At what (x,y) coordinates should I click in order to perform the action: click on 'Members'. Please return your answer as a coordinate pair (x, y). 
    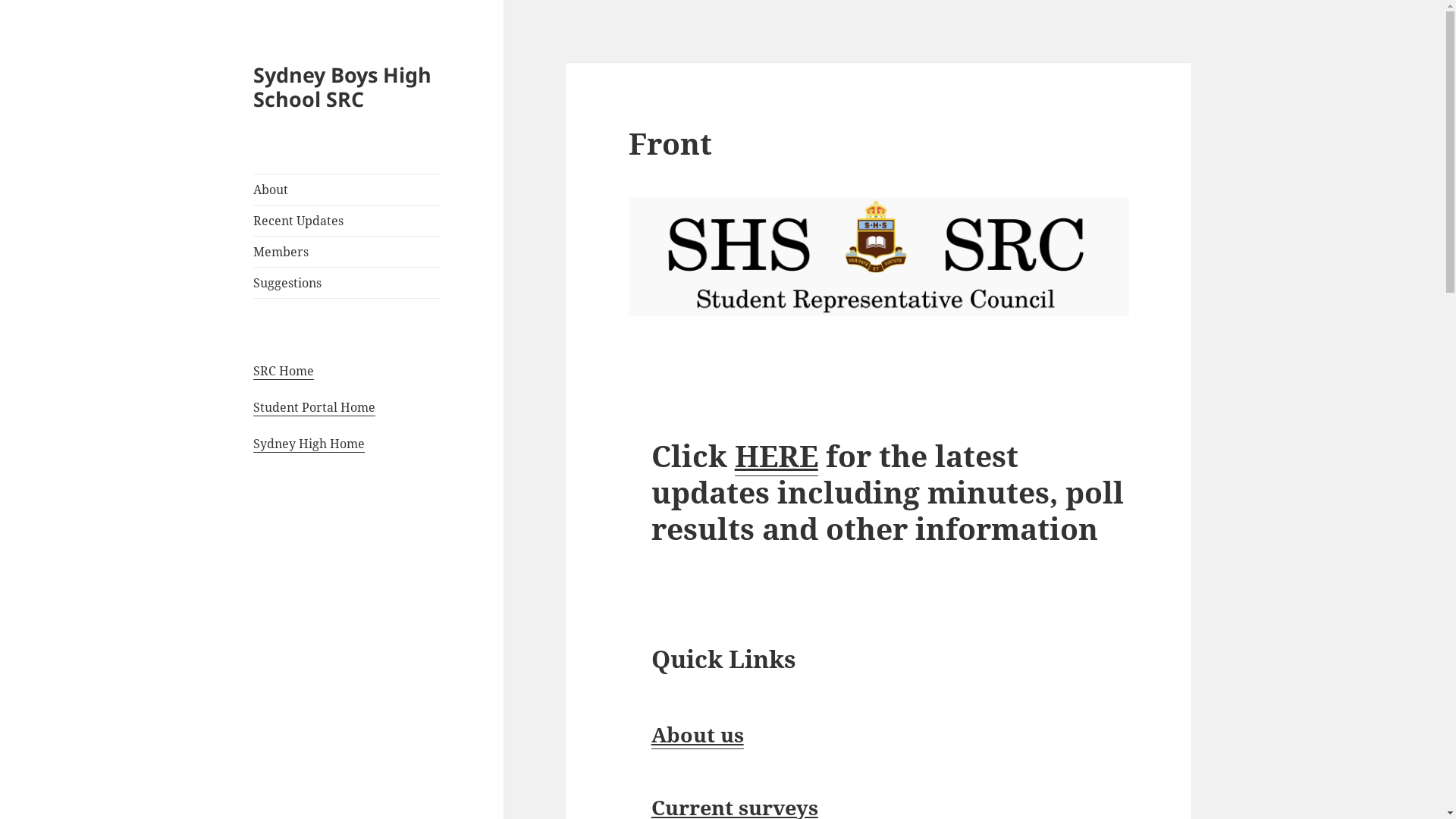
    Looking at the image, I should click on (346, 250).